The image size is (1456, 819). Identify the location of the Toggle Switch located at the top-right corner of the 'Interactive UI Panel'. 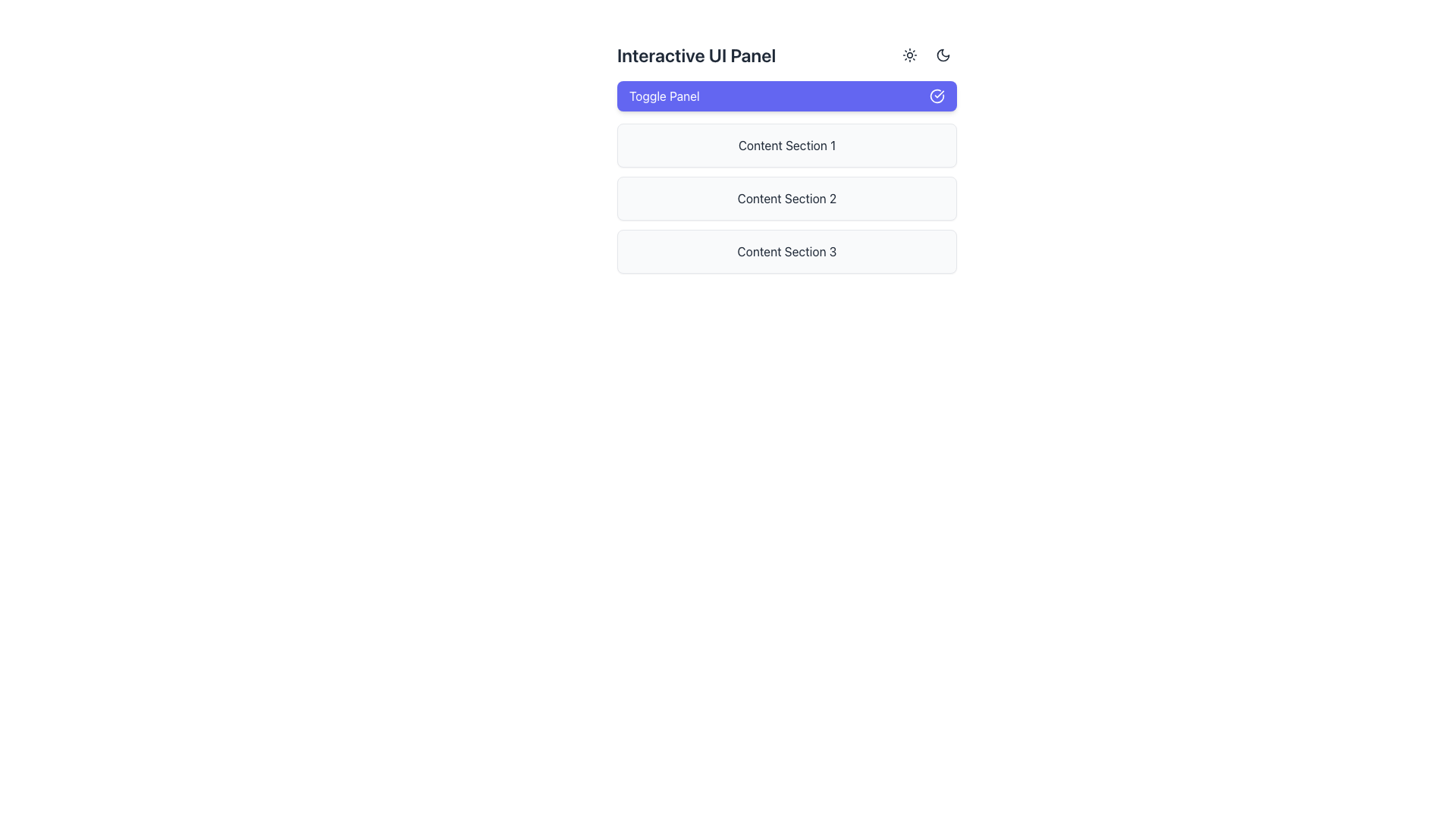
(926, 55).